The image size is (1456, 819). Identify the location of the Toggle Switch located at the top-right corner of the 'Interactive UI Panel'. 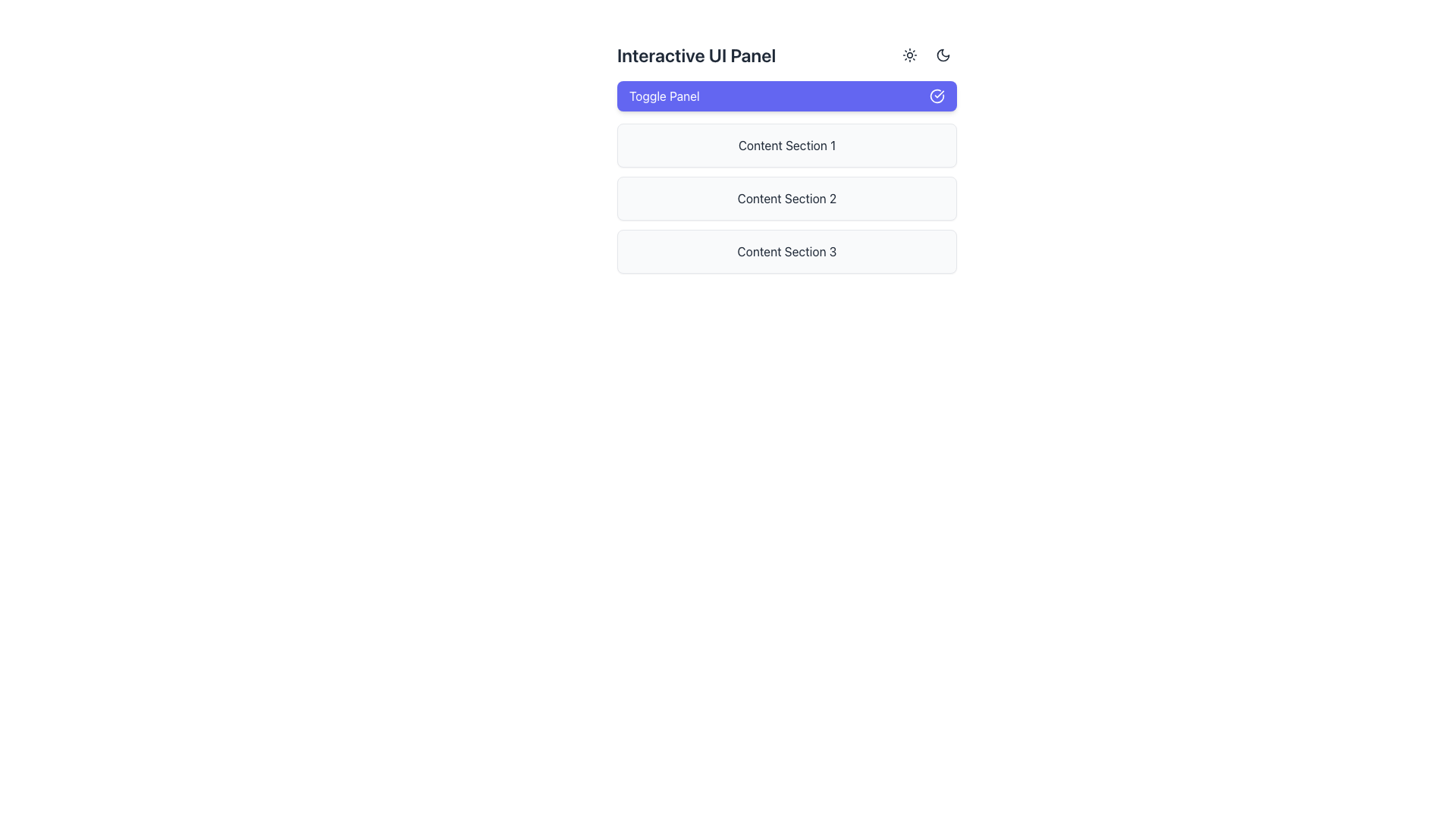
(926, 55).